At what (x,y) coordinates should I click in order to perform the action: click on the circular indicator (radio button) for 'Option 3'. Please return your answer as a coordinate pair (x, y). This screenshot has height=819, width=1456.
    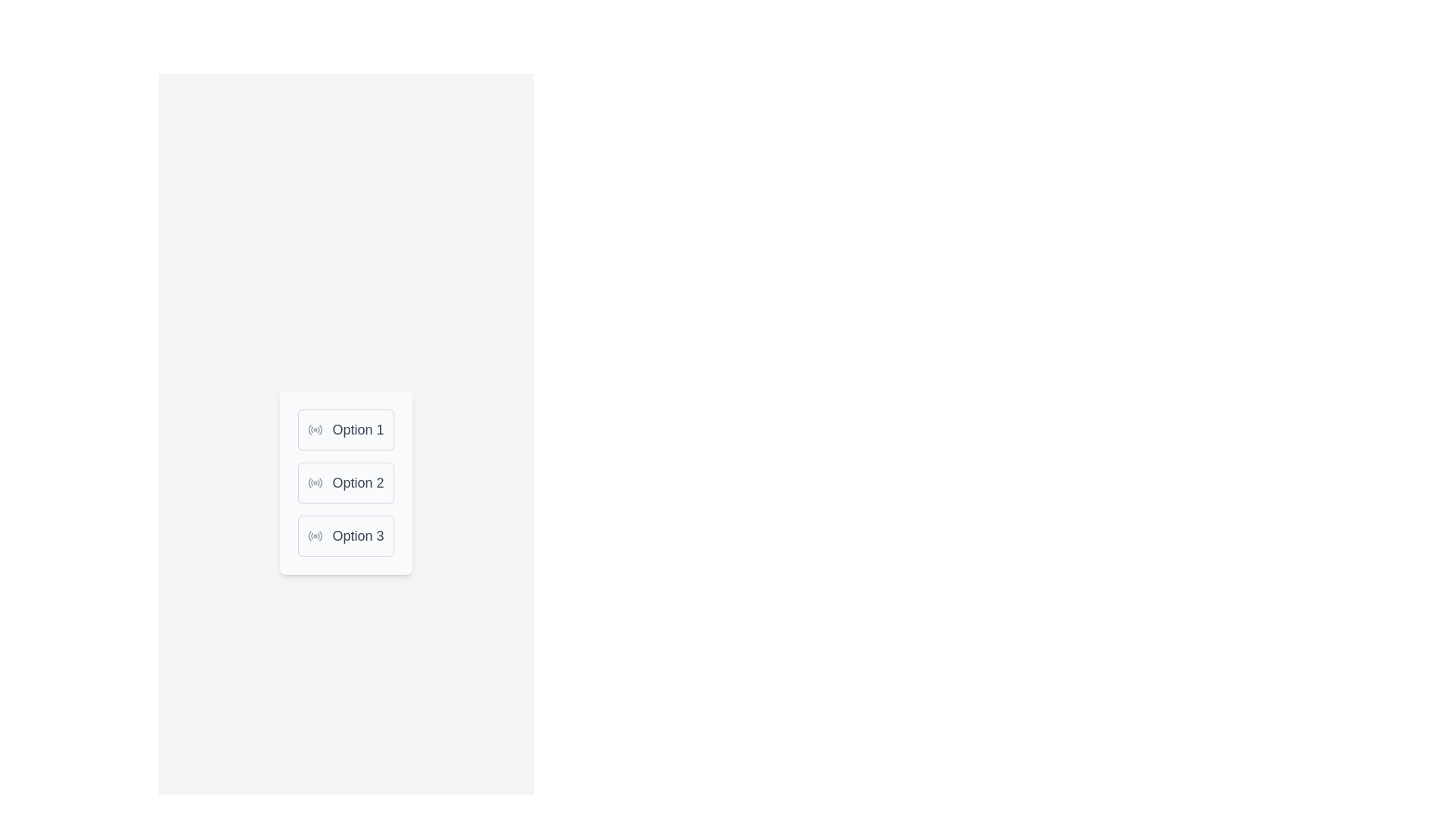
    Looking at the image, I should click on (315, 535).